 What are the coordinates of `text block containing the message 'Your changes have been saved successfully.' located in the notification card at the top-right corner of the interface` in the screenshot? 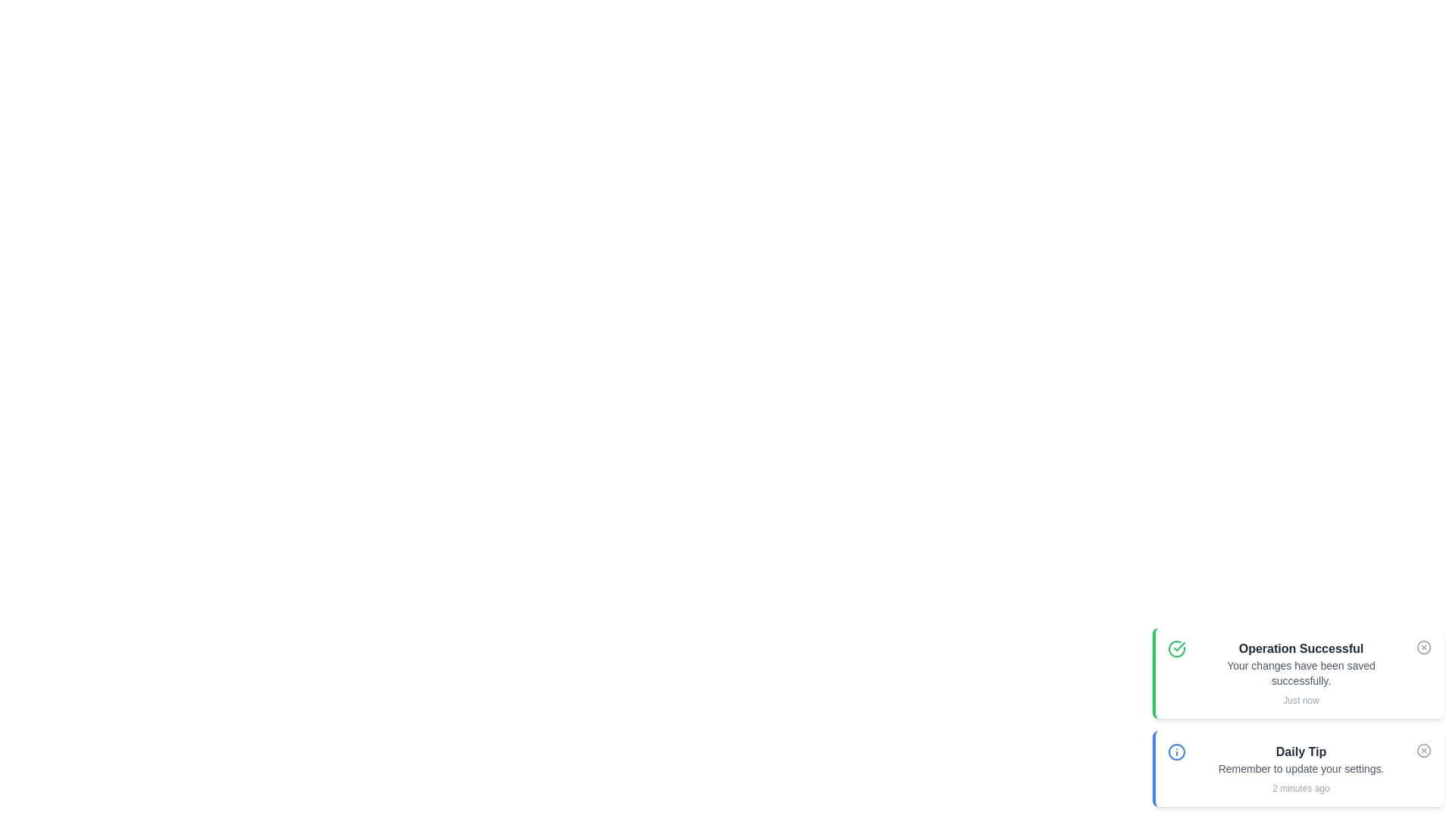 It's located at (1301, 672).